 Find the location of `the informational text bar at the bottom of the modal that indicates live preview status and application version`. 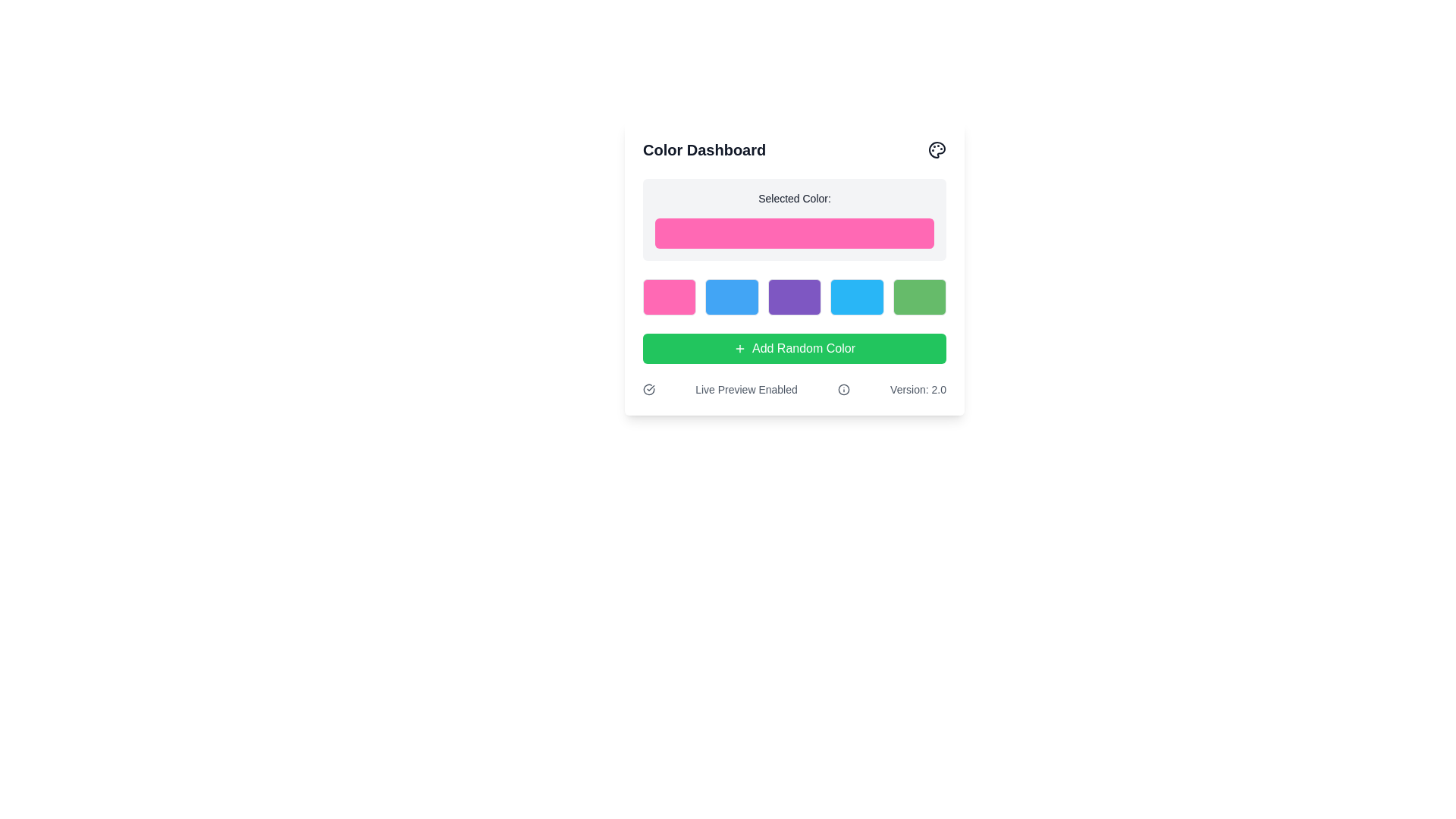

the informational text bar at the bottom of the modal that indicates live preview status and application version is located at coordinates (793, 388).